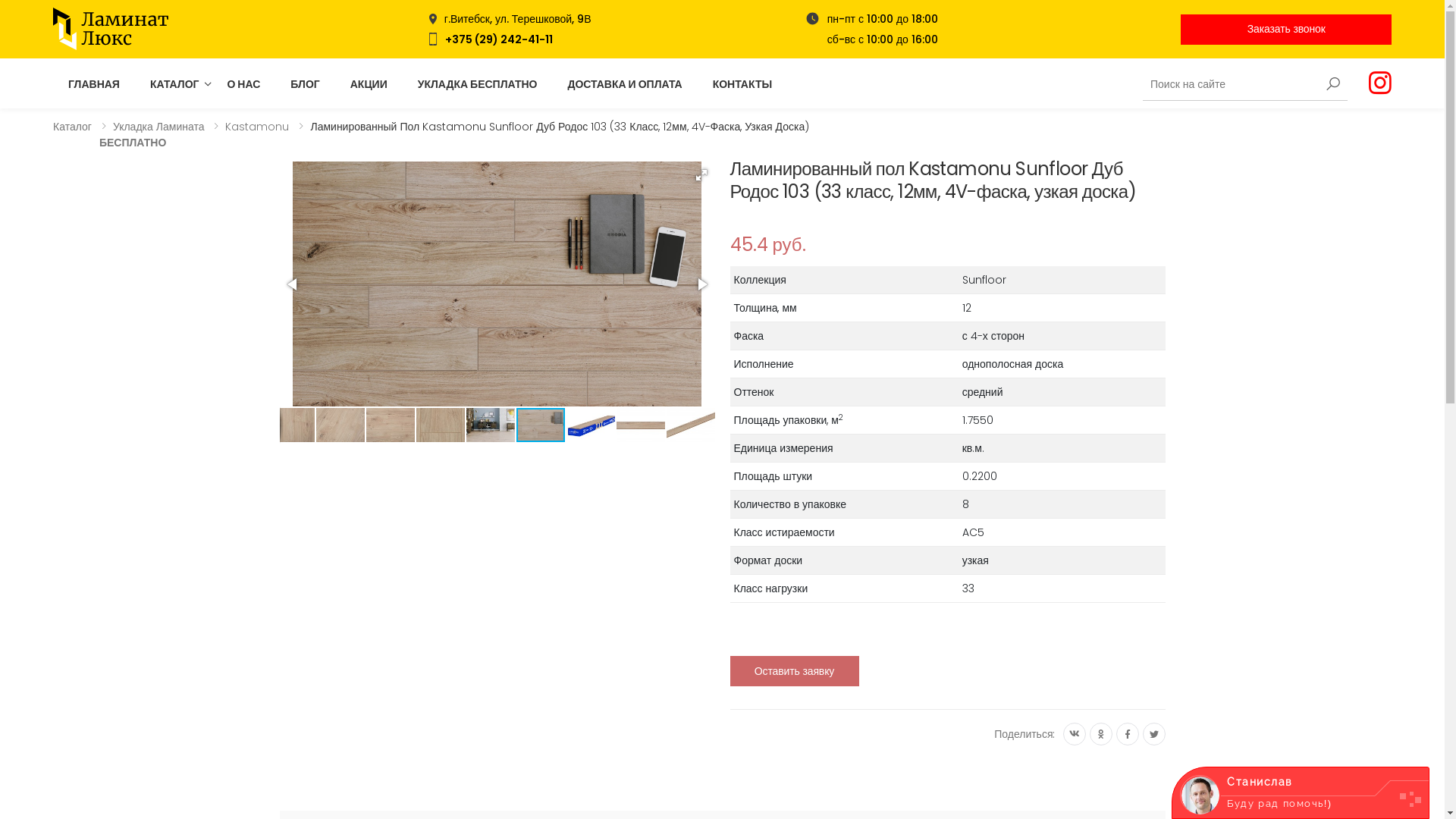 This screenshot has height=819, width=1456. I want to click on 'Instagram', so click(1368, 83).